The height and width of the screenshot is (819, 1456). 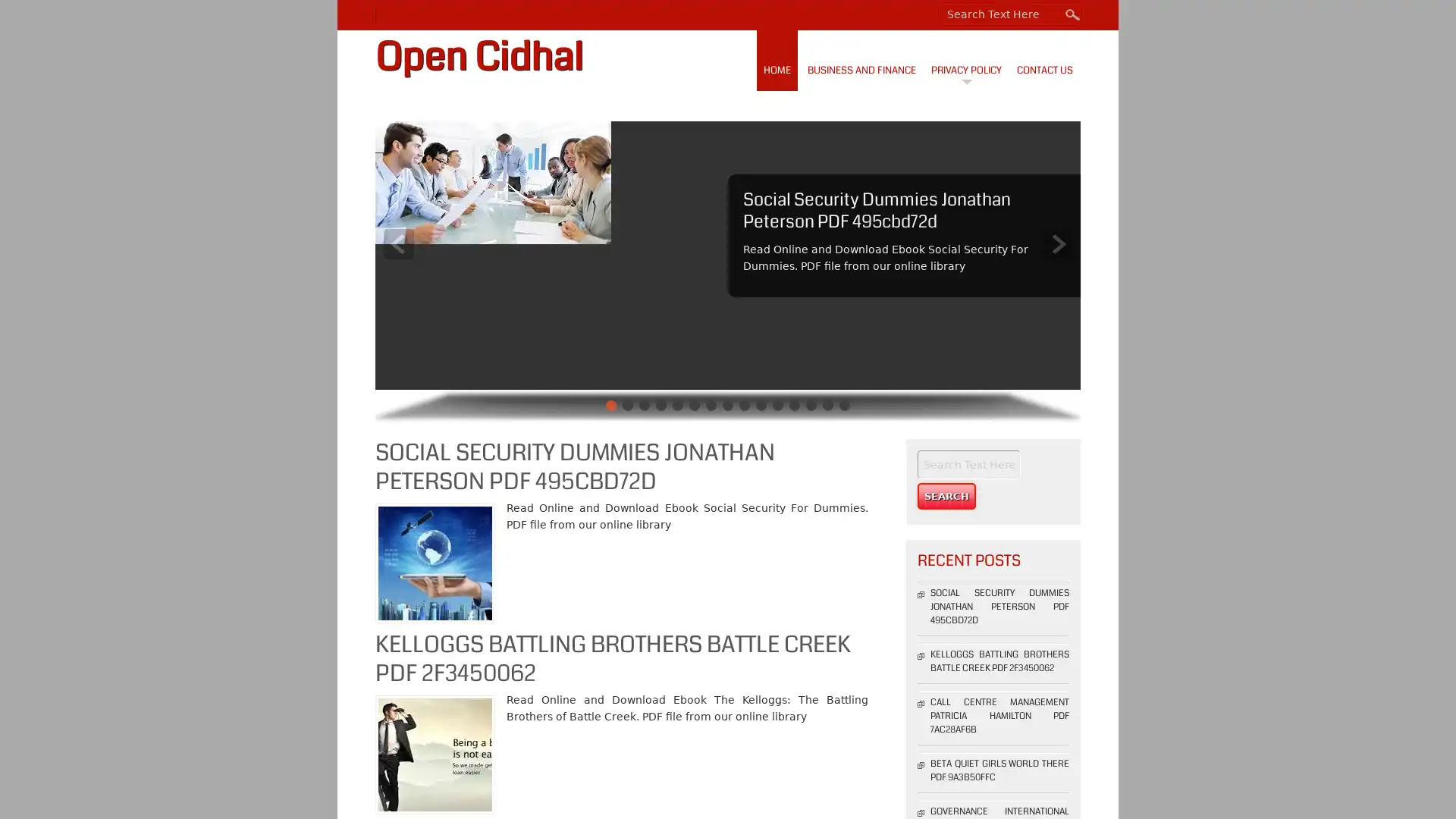 What do you see at coordinates (946, 496) in the screenshot?
I see `Search` at bounding box center [946, 496].